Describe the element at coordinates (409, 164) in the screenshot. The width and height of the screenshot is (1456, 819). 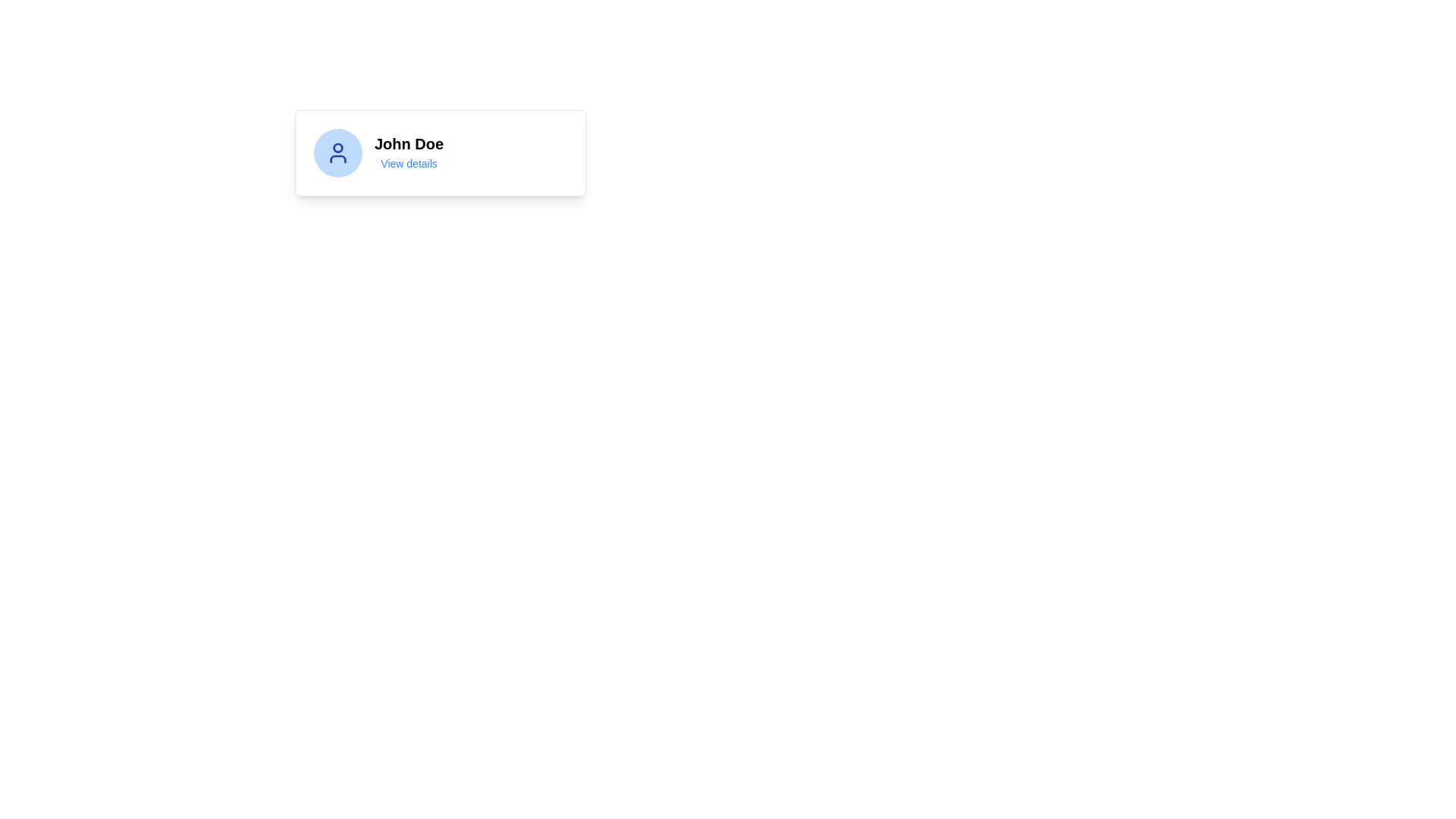
I see `the link that allows the user` at that location.